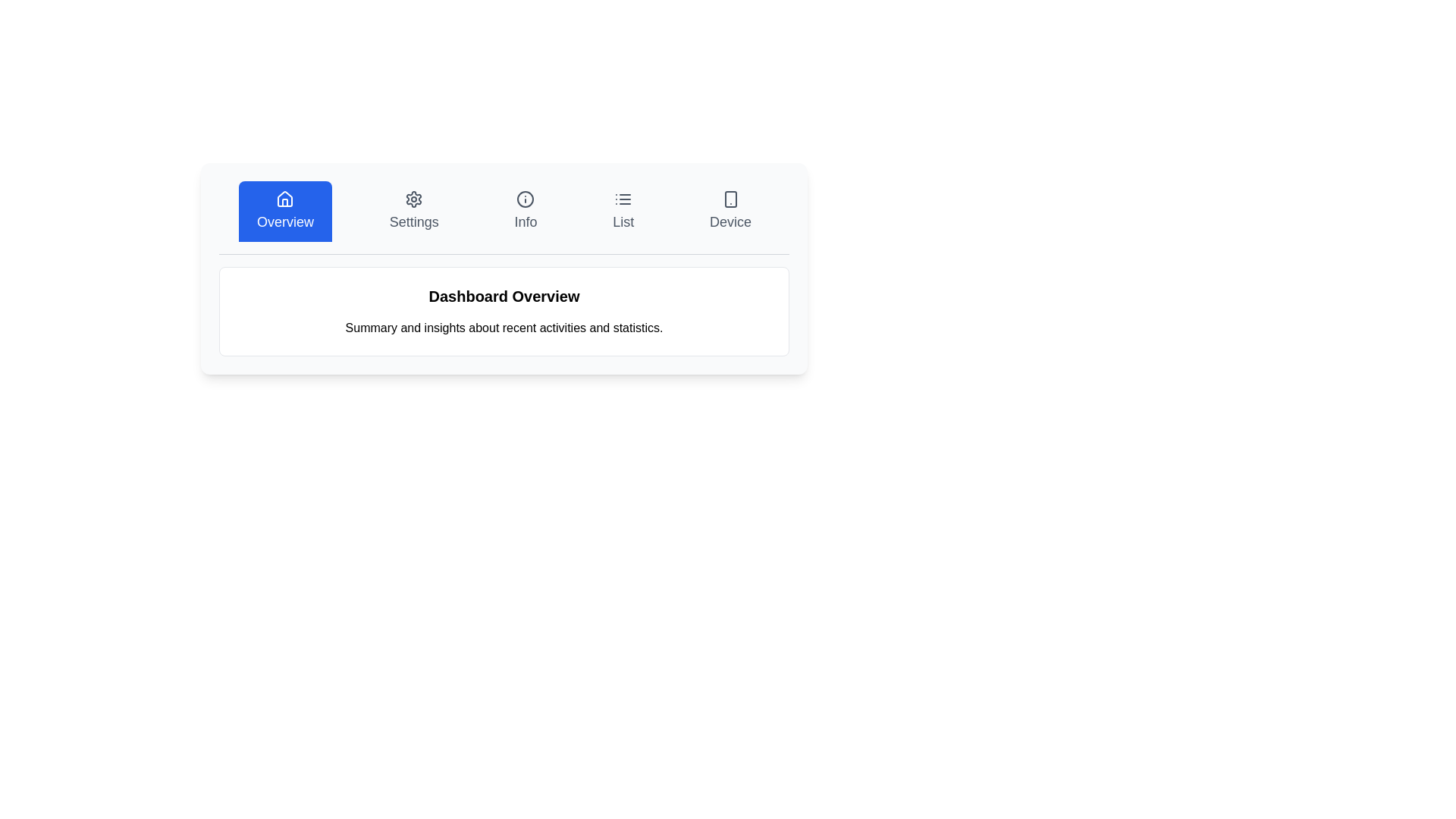 The height and width of the screenshot is (819, 1456). What do you see at coordinates (730, 211) in the screenshot?
I see `the navigation tab located in the top-right portion of the interface that directs to the 'Device' section` at bounding box center [730, 211].